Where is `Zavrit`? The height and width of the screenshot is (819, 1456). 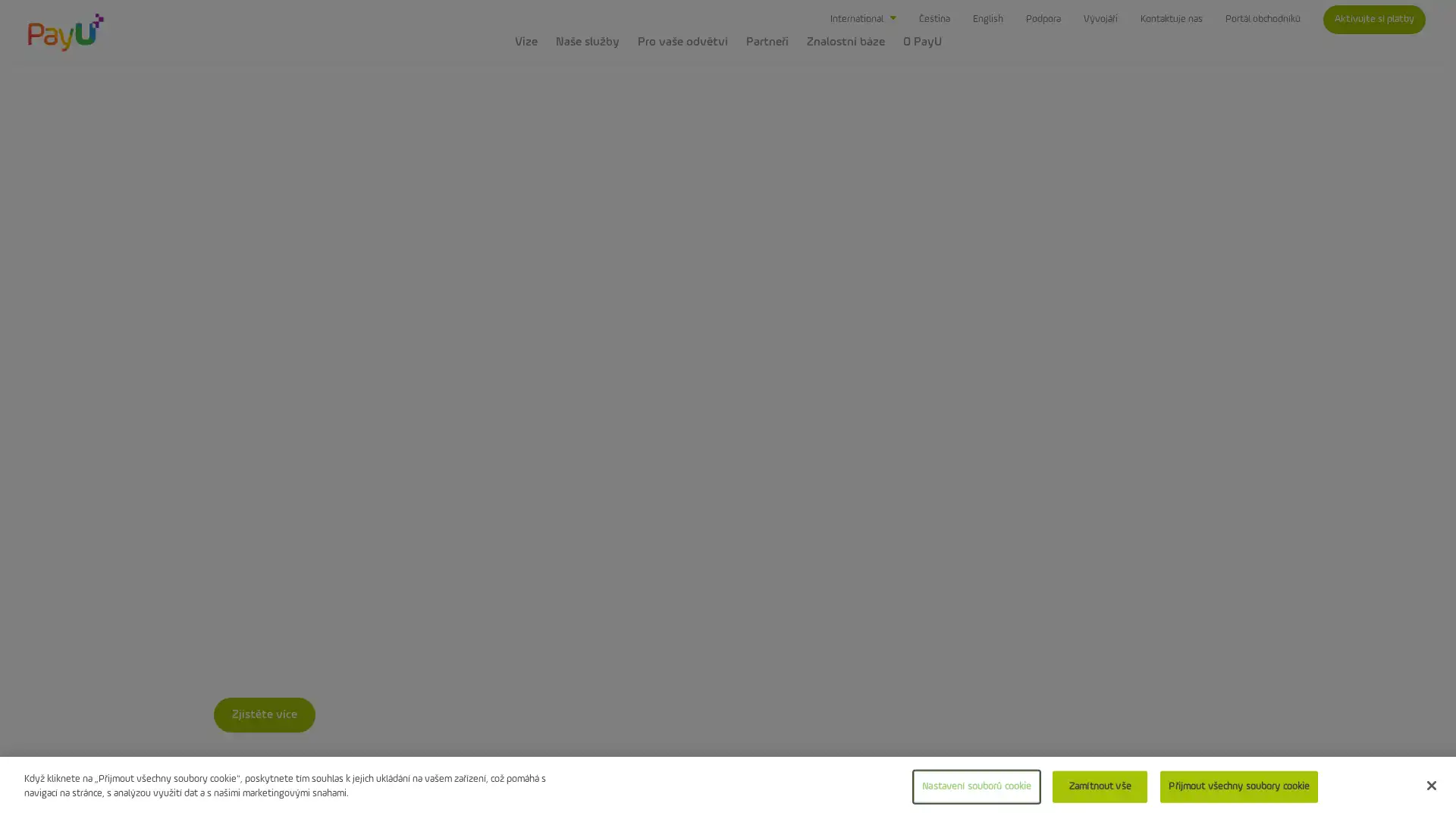
Zavrit is located at coordinates (1430, 784).